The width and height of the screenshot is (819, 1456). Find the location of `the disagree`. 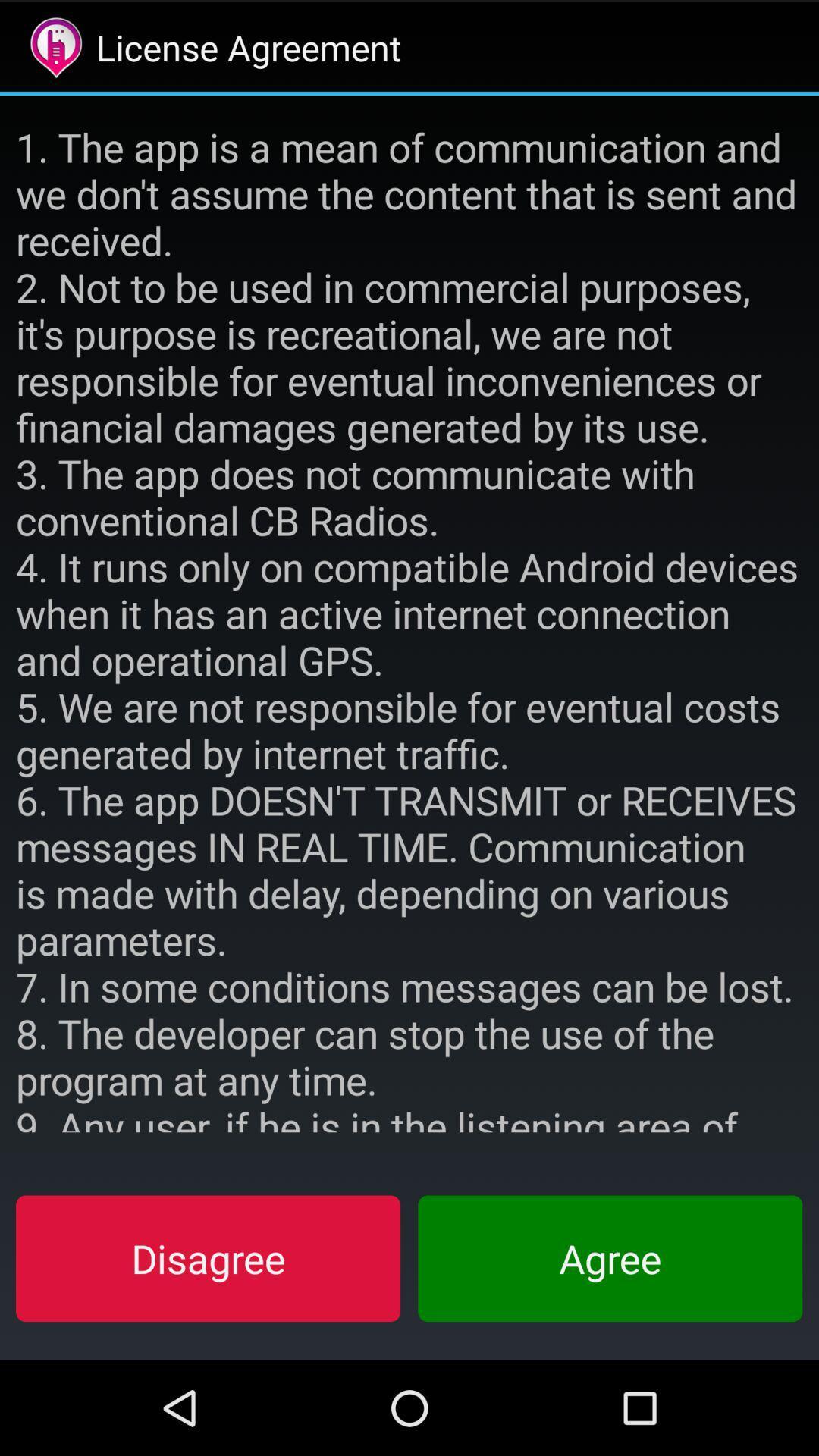

the disagree is located at coordinates (208, 1258).